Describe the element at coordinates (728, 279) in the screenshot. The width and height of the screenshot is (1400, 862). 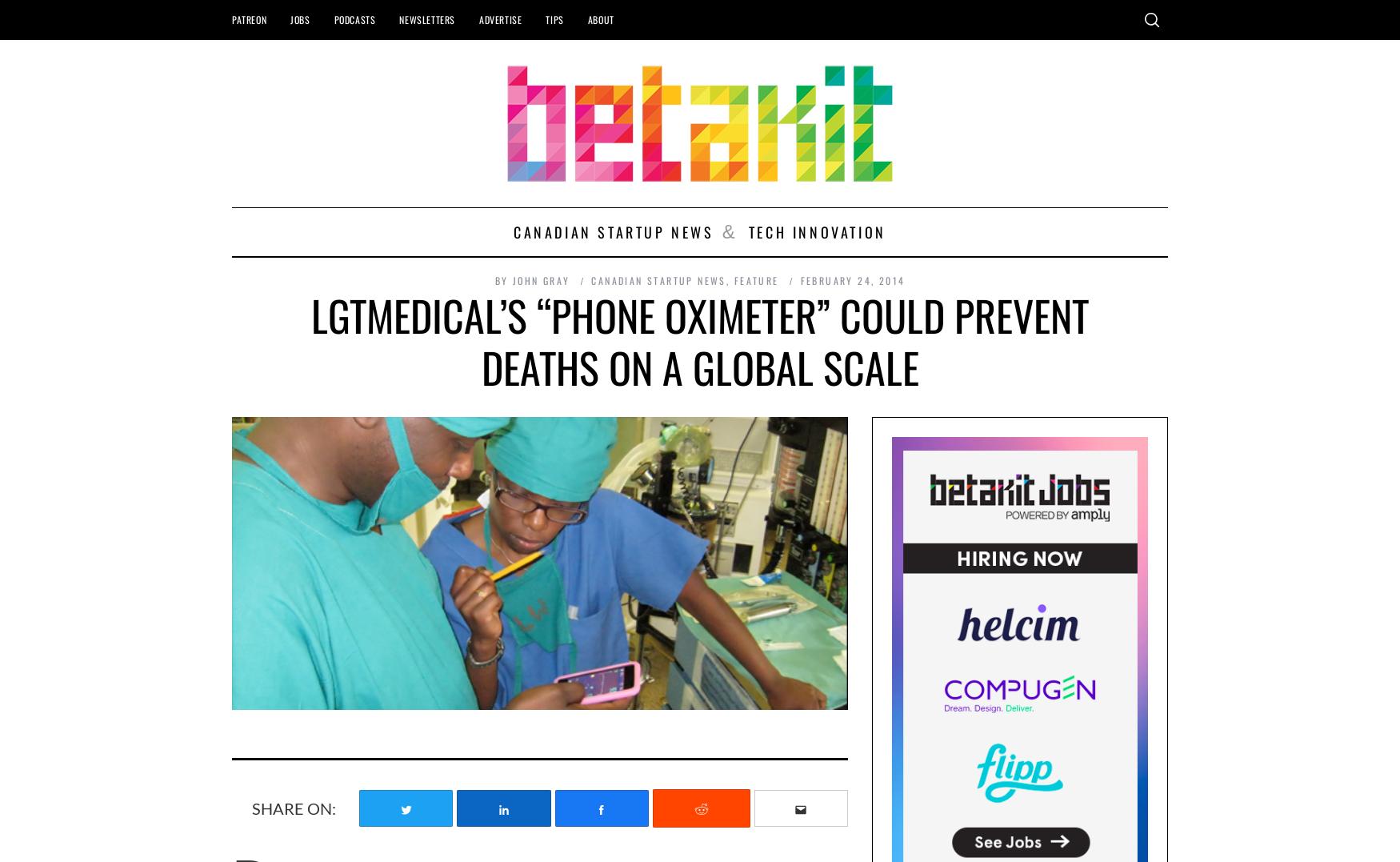
I see `','` at that location.